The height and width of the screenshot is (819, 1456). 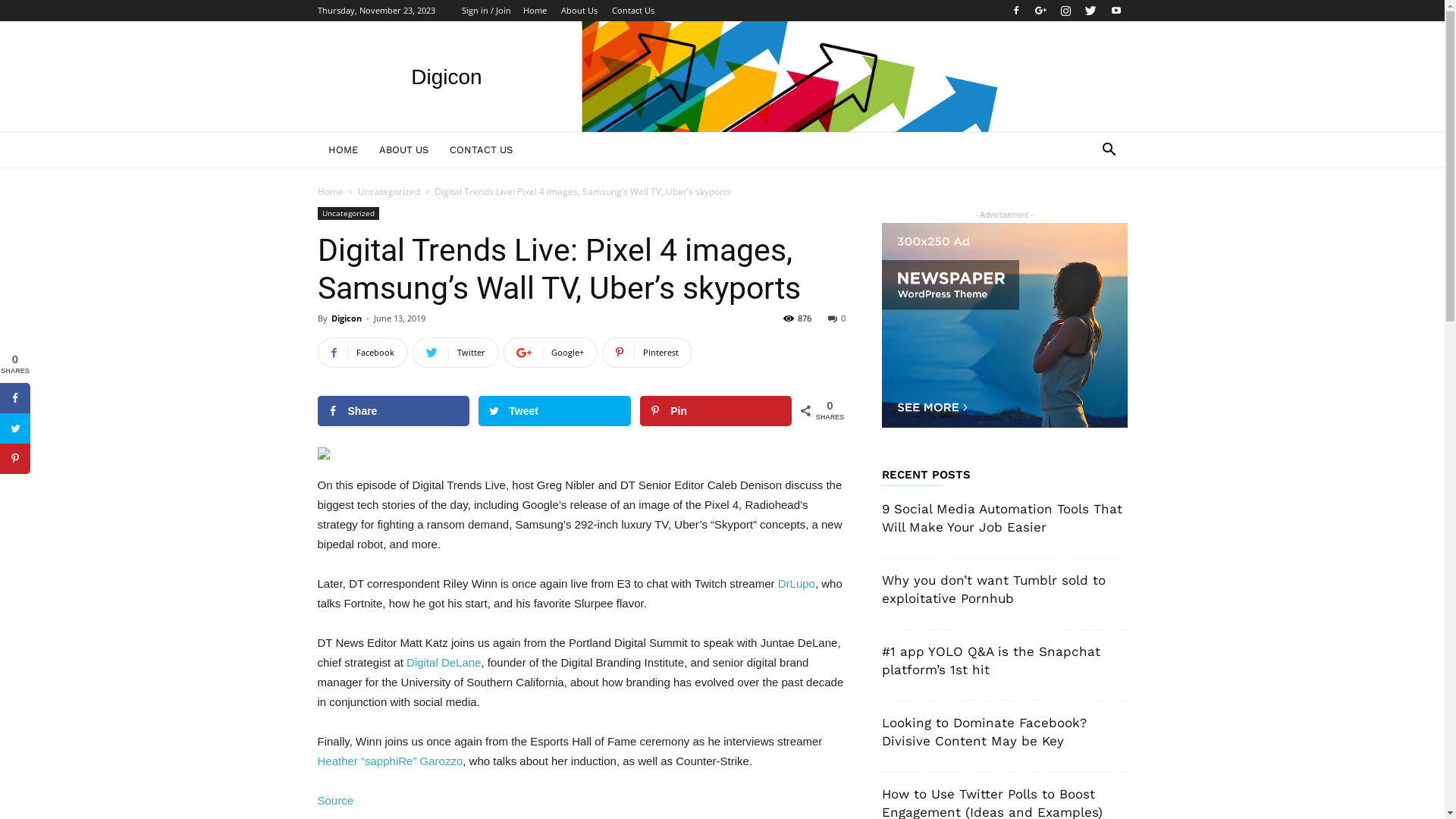 I want to click on 'Contact Us', so click(x=611, y=10).